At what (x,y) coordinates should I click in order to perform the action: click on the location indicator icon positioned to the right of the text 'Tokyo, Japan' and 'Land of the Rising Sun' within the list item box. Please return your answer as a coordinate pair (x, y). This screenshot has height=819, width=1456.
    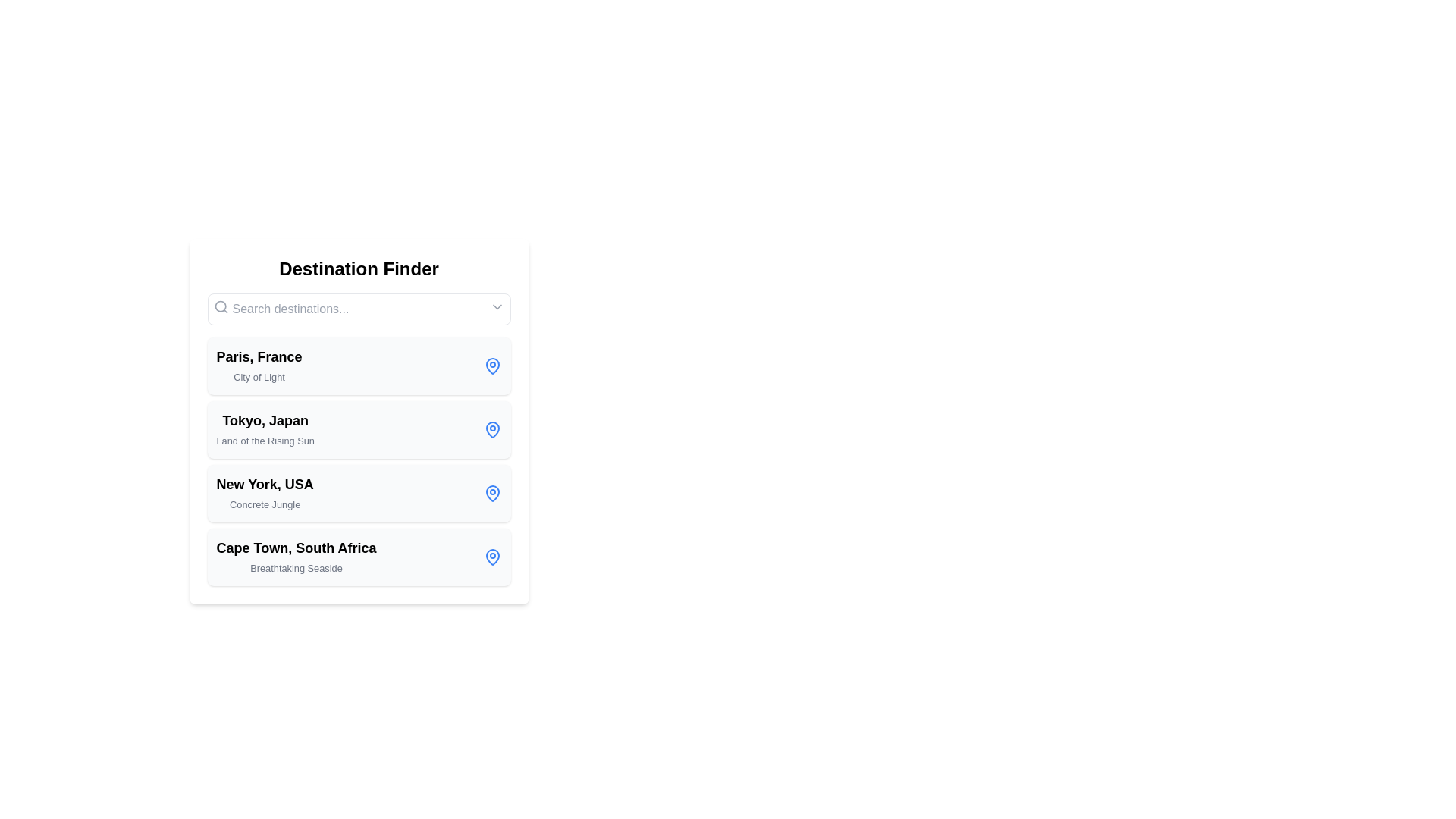
    Looking at the image, I should click on (492, 430).